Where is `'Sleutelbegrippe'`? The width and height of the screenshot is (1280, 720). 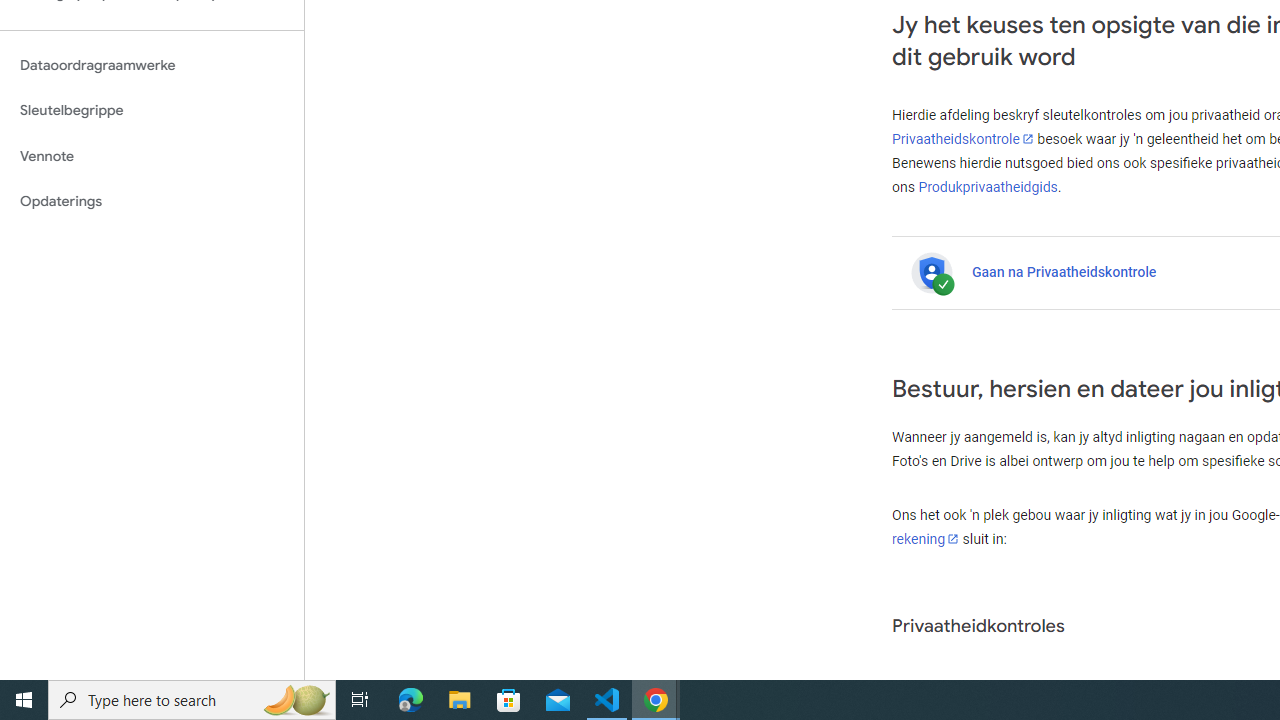 'Sleutelbegrippe' is located at coordinates (151, 110).